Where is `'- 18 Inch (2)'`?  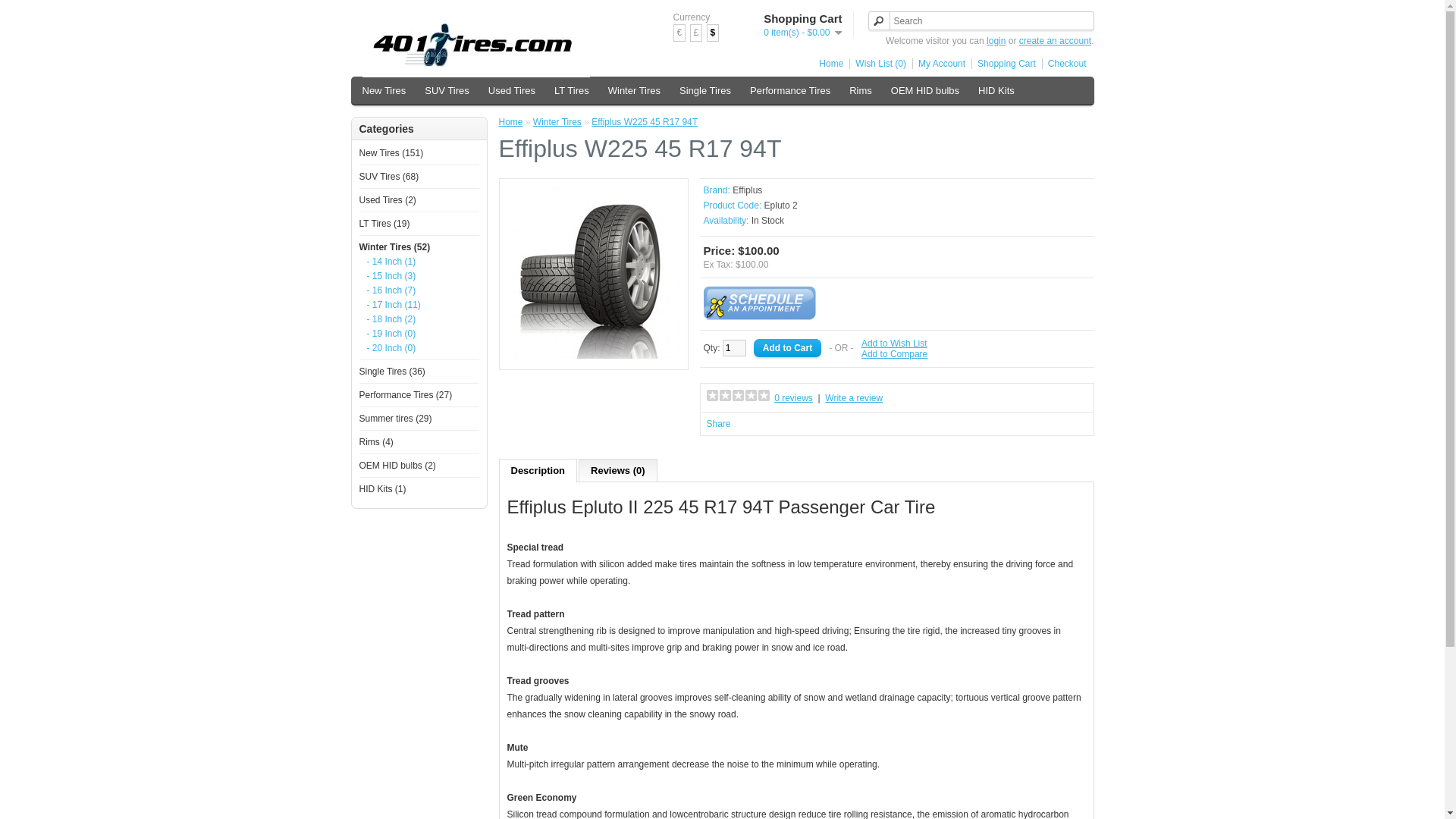 '- 18 Inch (2)' is located at coordinates (367, 318).